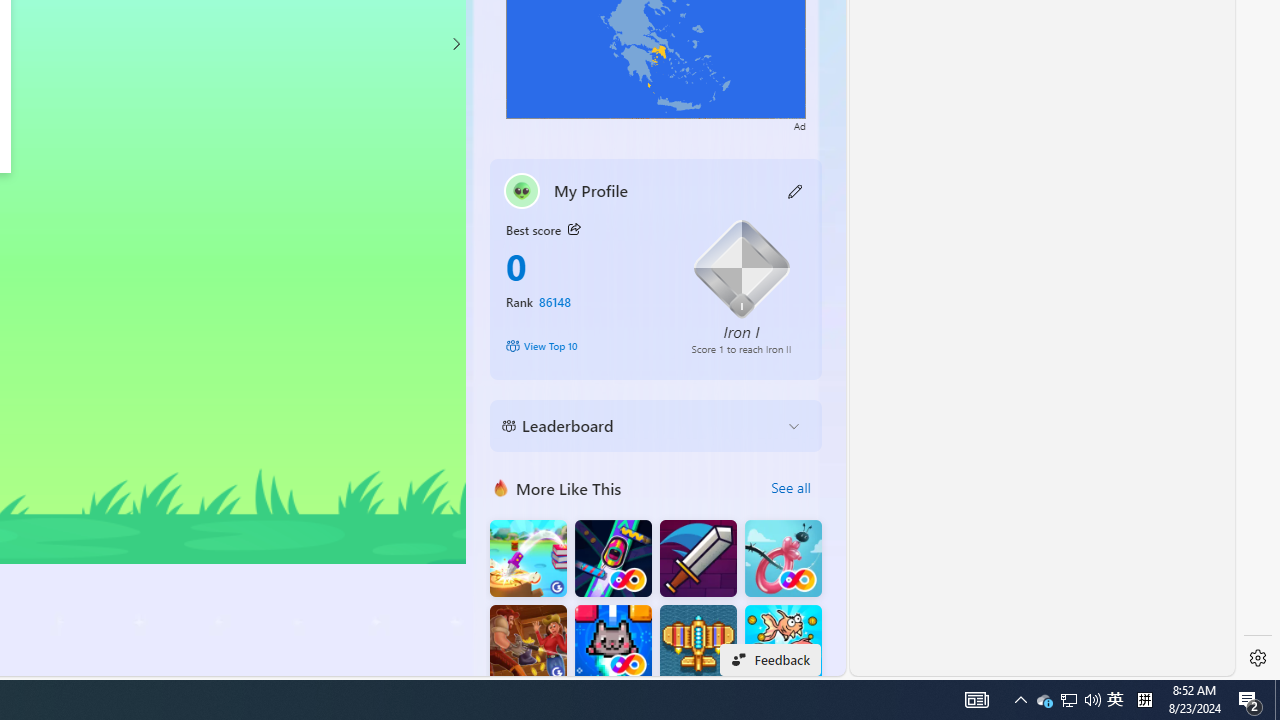 Image resolution: width=1280 pixels, height=720 pixels. What do you see at coordinates (698, 558) in the screenshot?
I see `'Dungeon Master Knight'` at bounding box center [698, 558].